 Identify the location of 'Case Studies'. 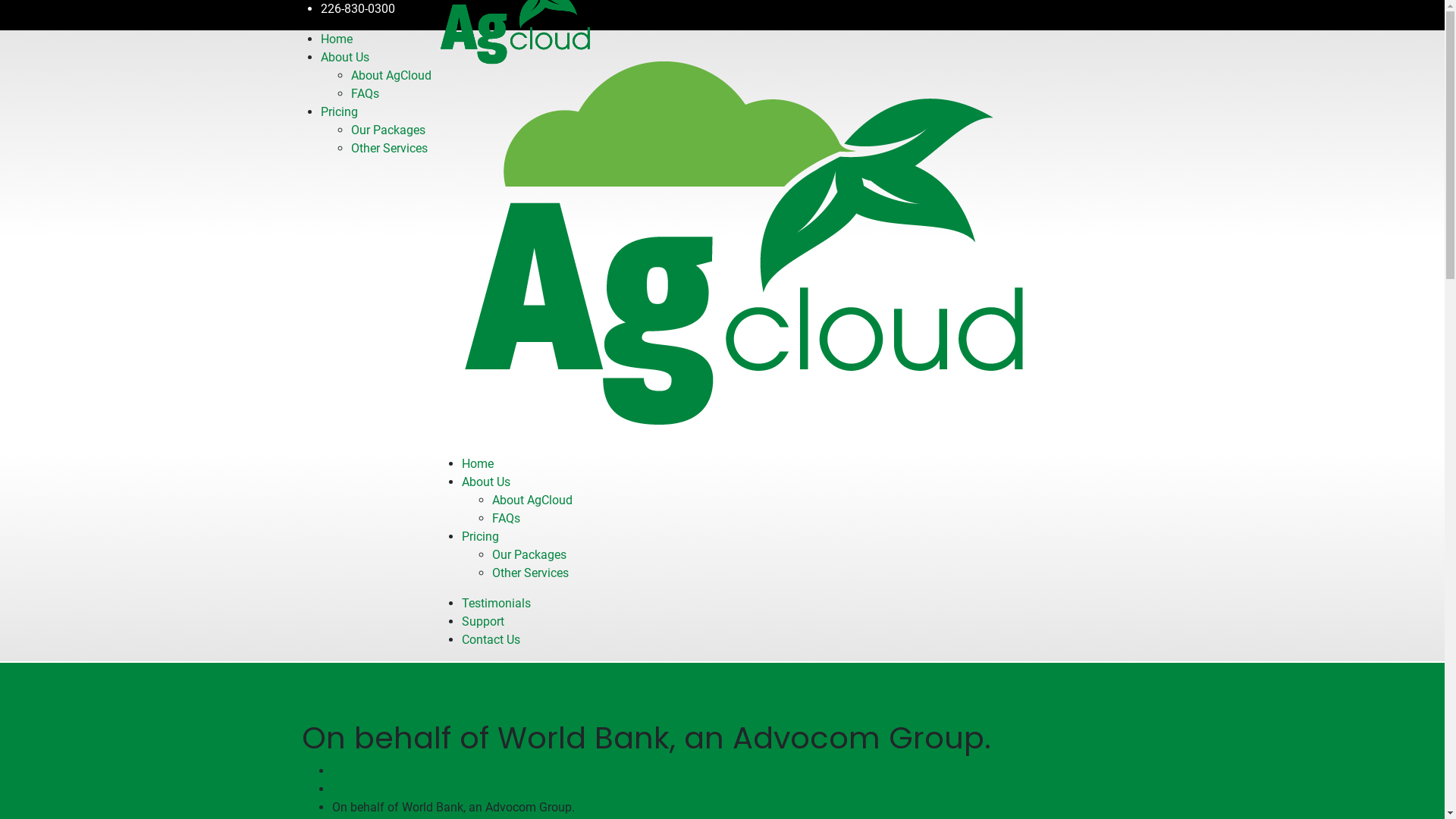
(367, 788).